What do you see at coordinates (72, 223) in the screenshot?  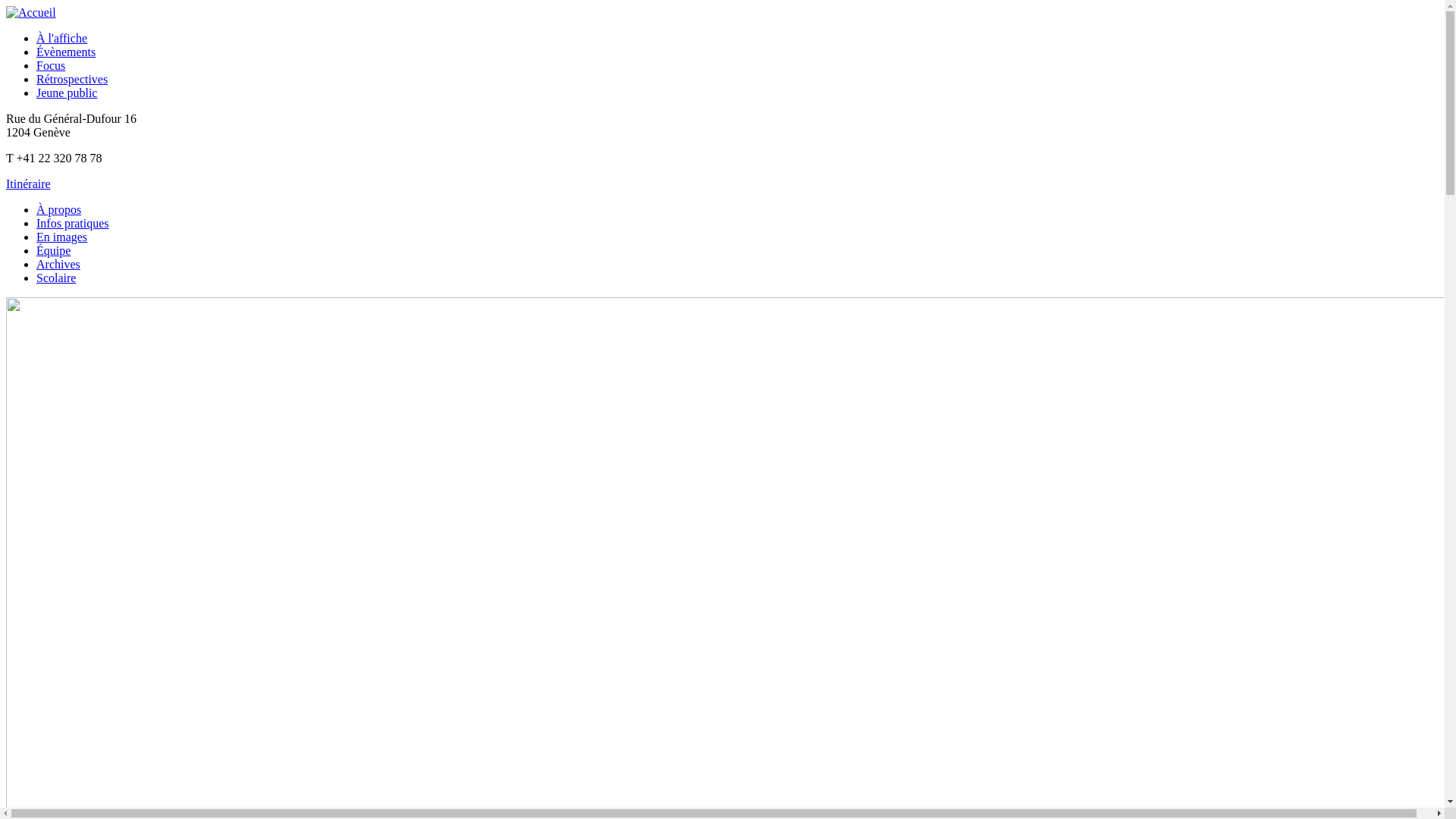 I see `'Infos pratiques'` at bounding box center [72, 223].